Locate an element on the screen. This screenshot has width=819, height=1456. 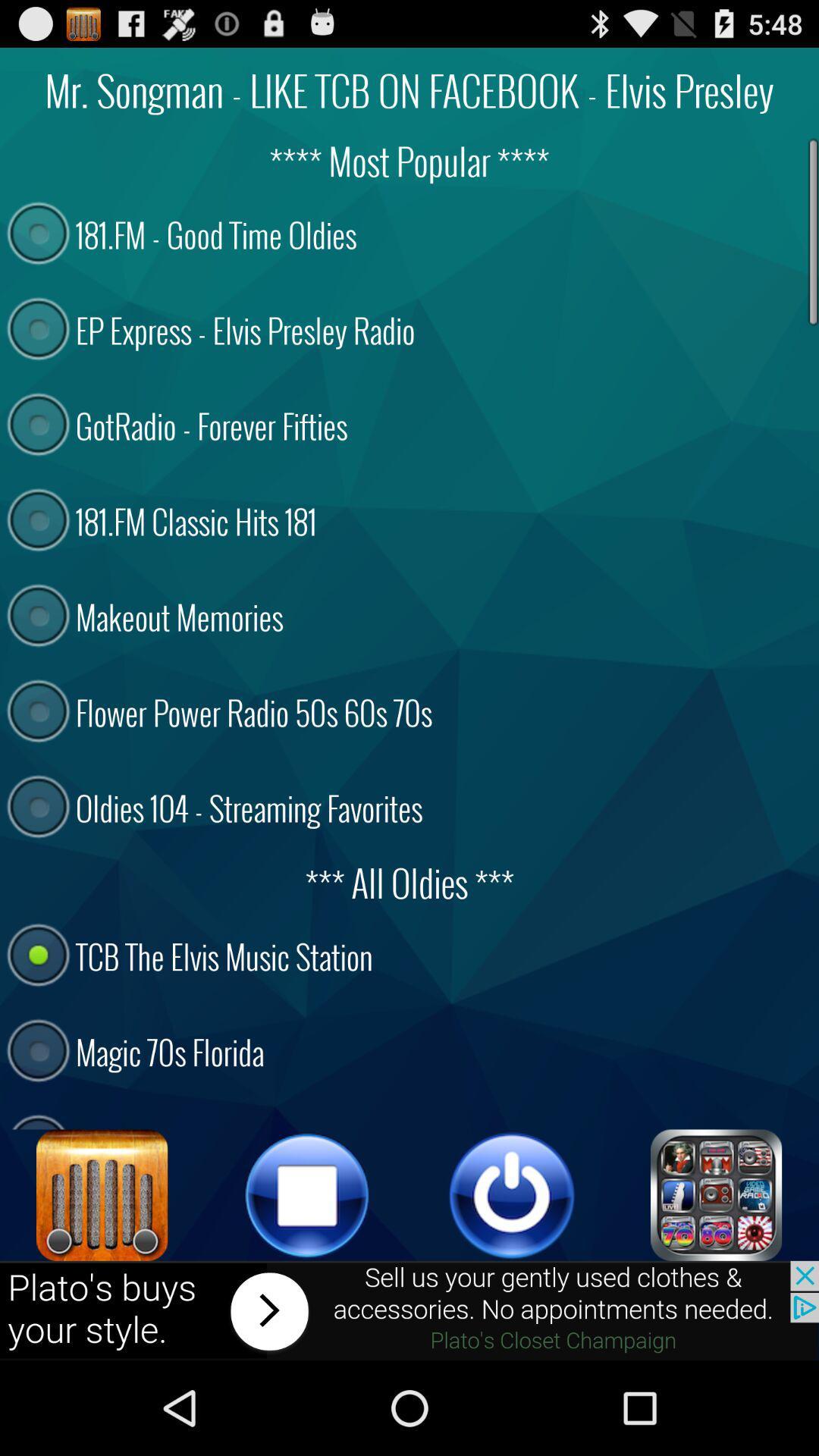
stop is located at coordinates (307, 1194).